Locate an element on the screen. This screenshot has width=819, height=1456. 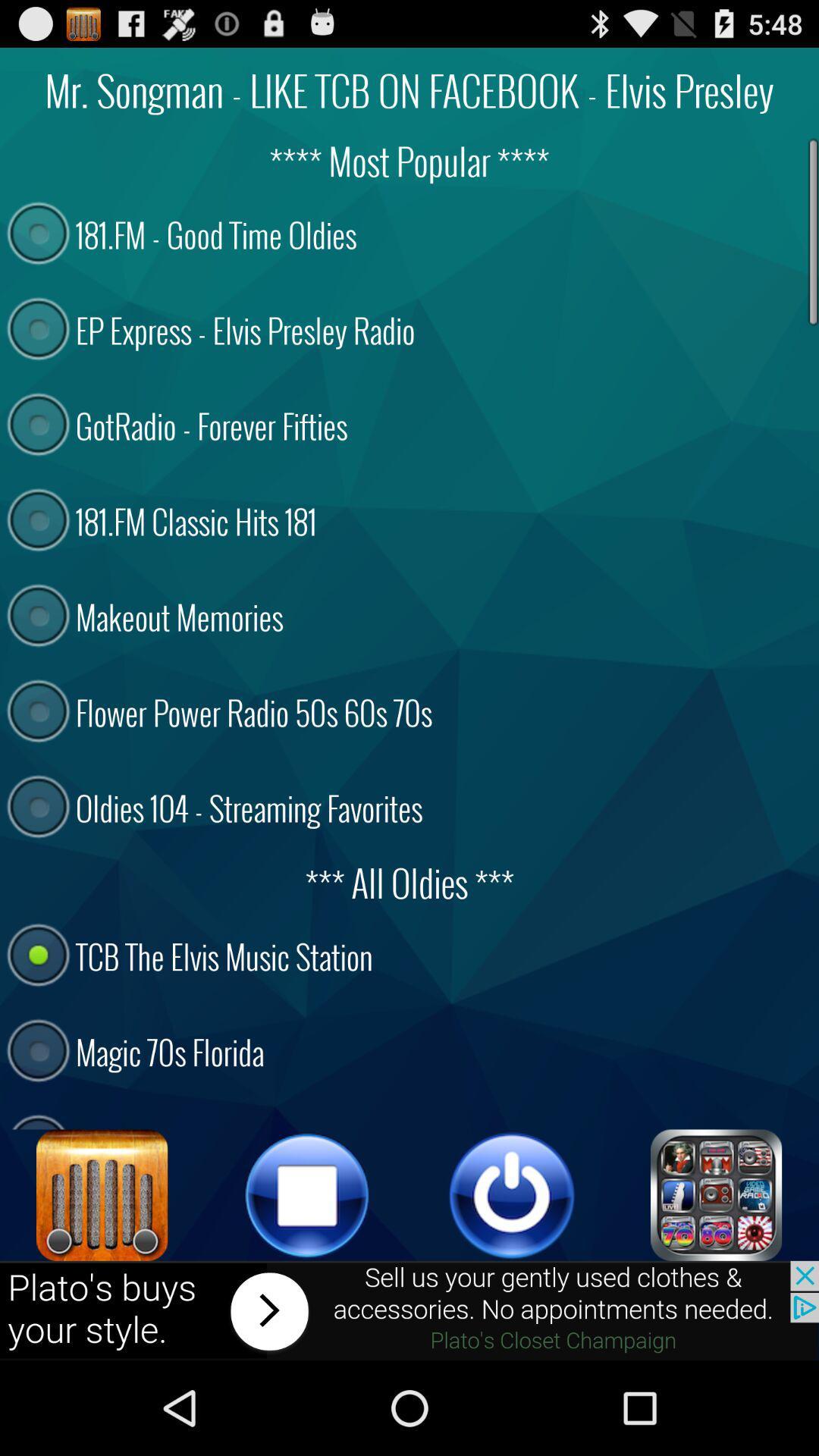
stop is located at coordinates (307, 1194).